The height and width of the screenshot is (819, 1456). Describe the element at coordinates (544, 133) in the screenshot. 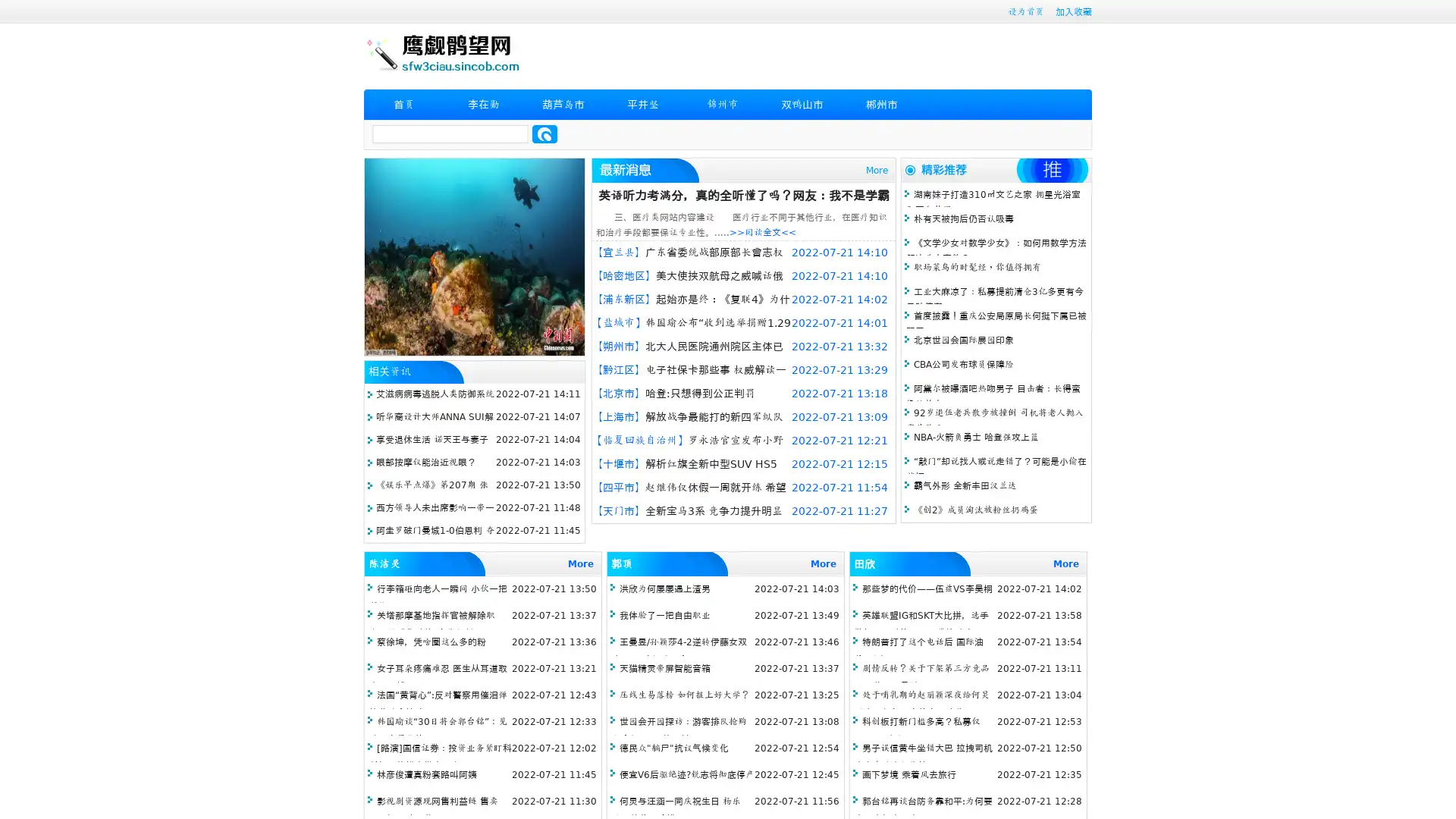

I see `Search` at that location.